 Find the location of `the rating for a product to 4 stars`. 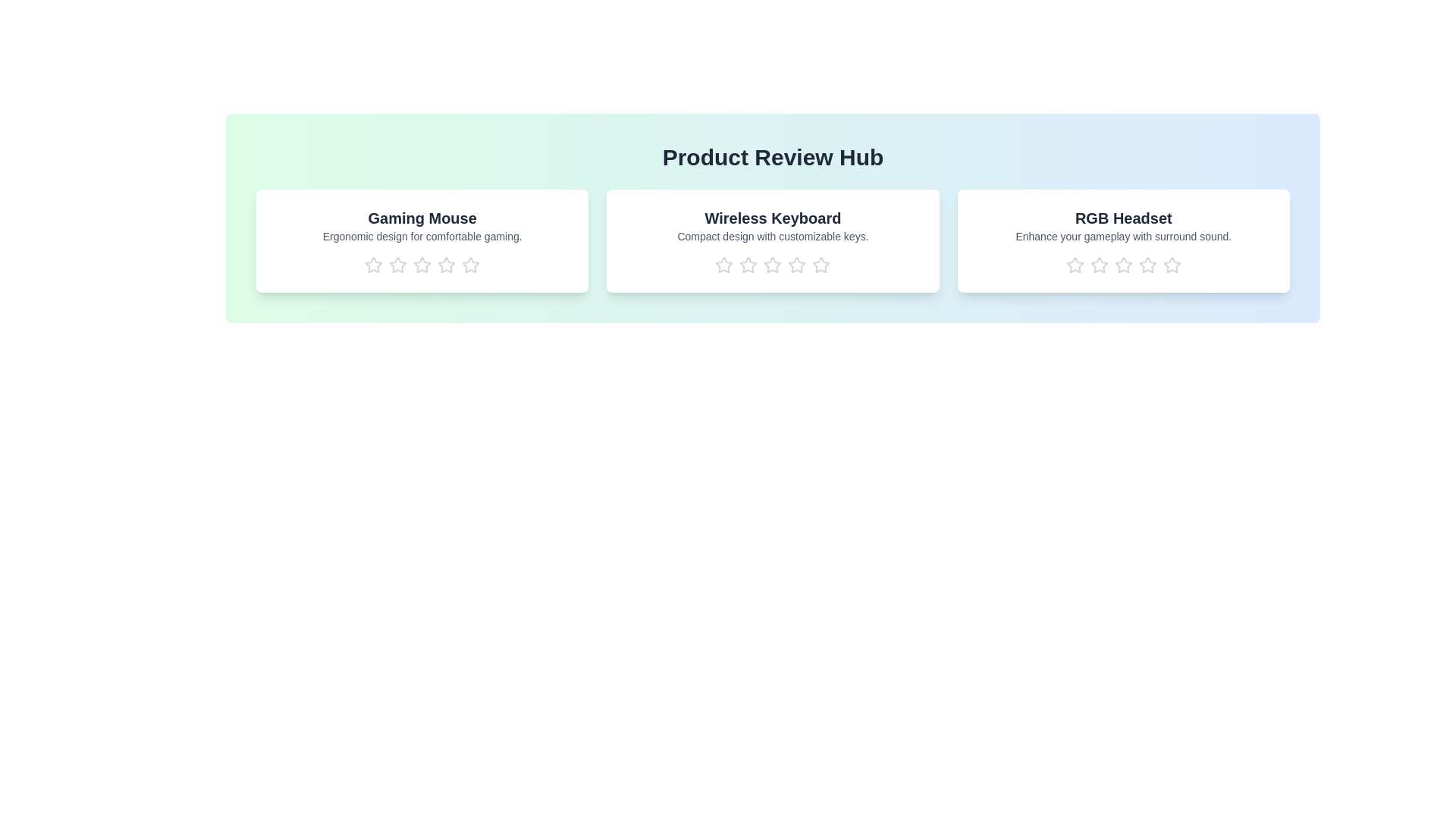

the rating for a product to 4 stars is located at coordinates (446, 265).